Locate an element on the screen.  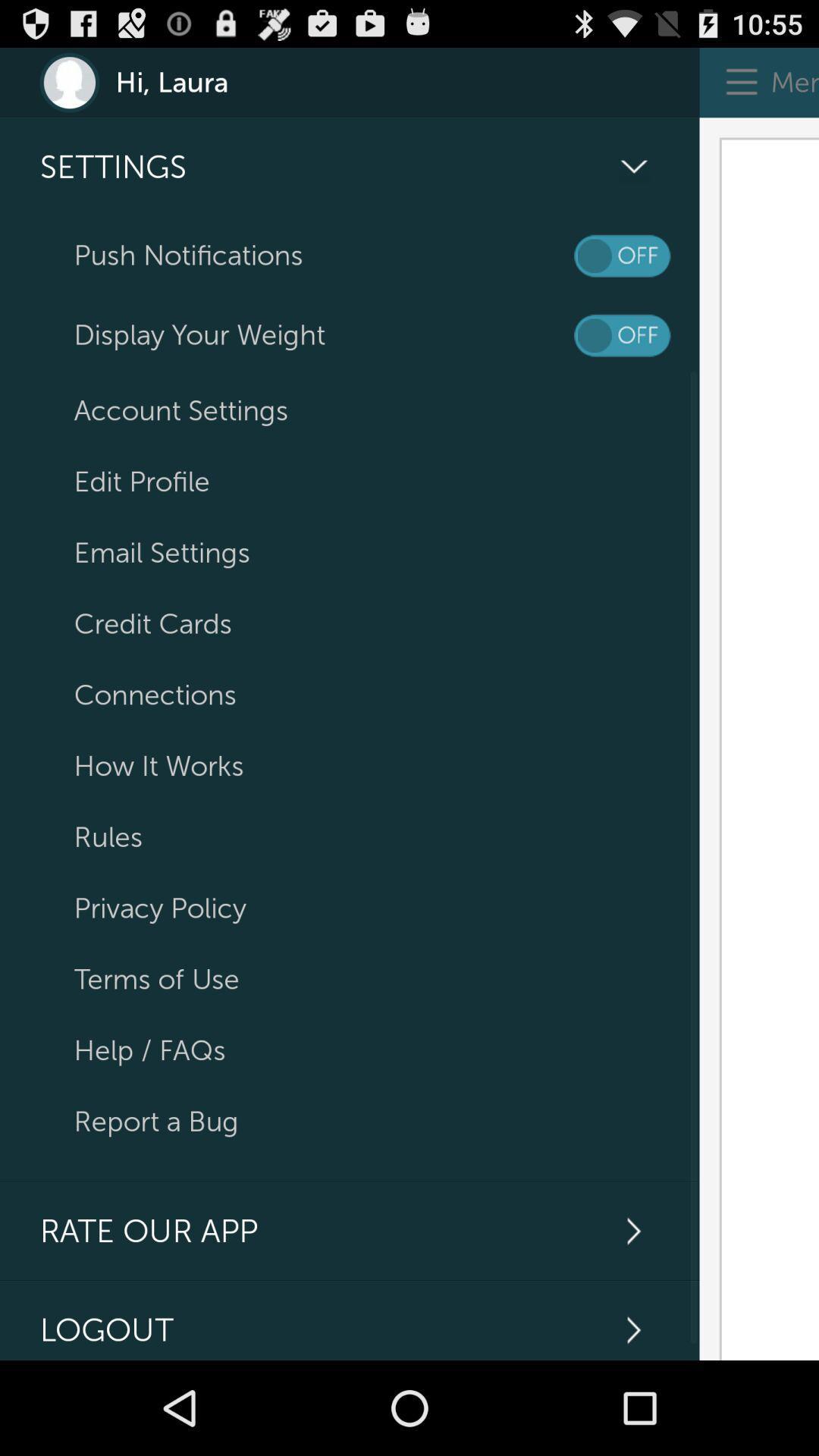
turn off notifications is located at coordinates (622, 256).